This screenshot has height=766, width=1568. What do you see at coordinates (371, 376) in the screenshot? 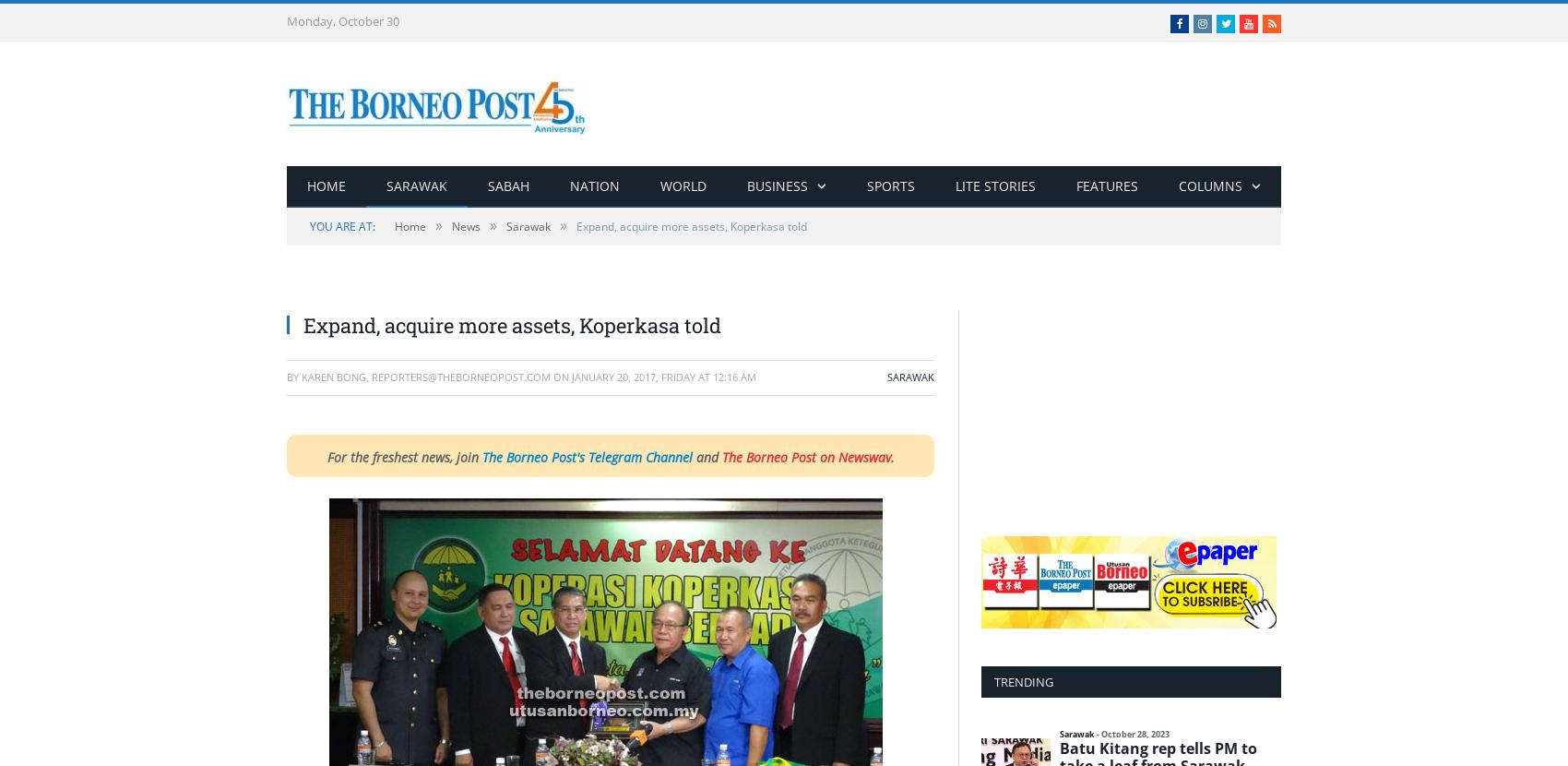
I see `'reporters@theborneopost.com'` at bounding box center [371, 376].